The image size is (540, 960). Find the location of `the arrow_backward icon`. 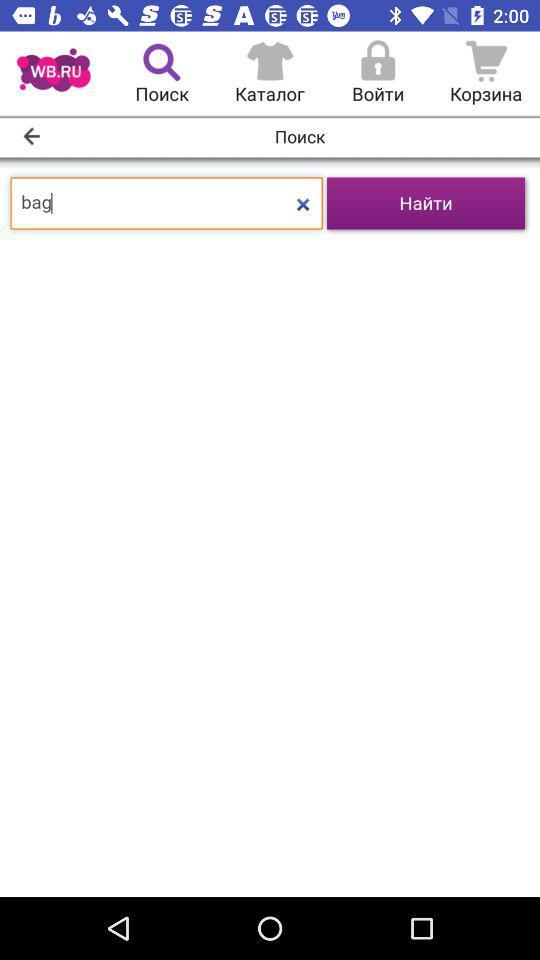

the arrow_backward icon is located at coordinates (30, 135).